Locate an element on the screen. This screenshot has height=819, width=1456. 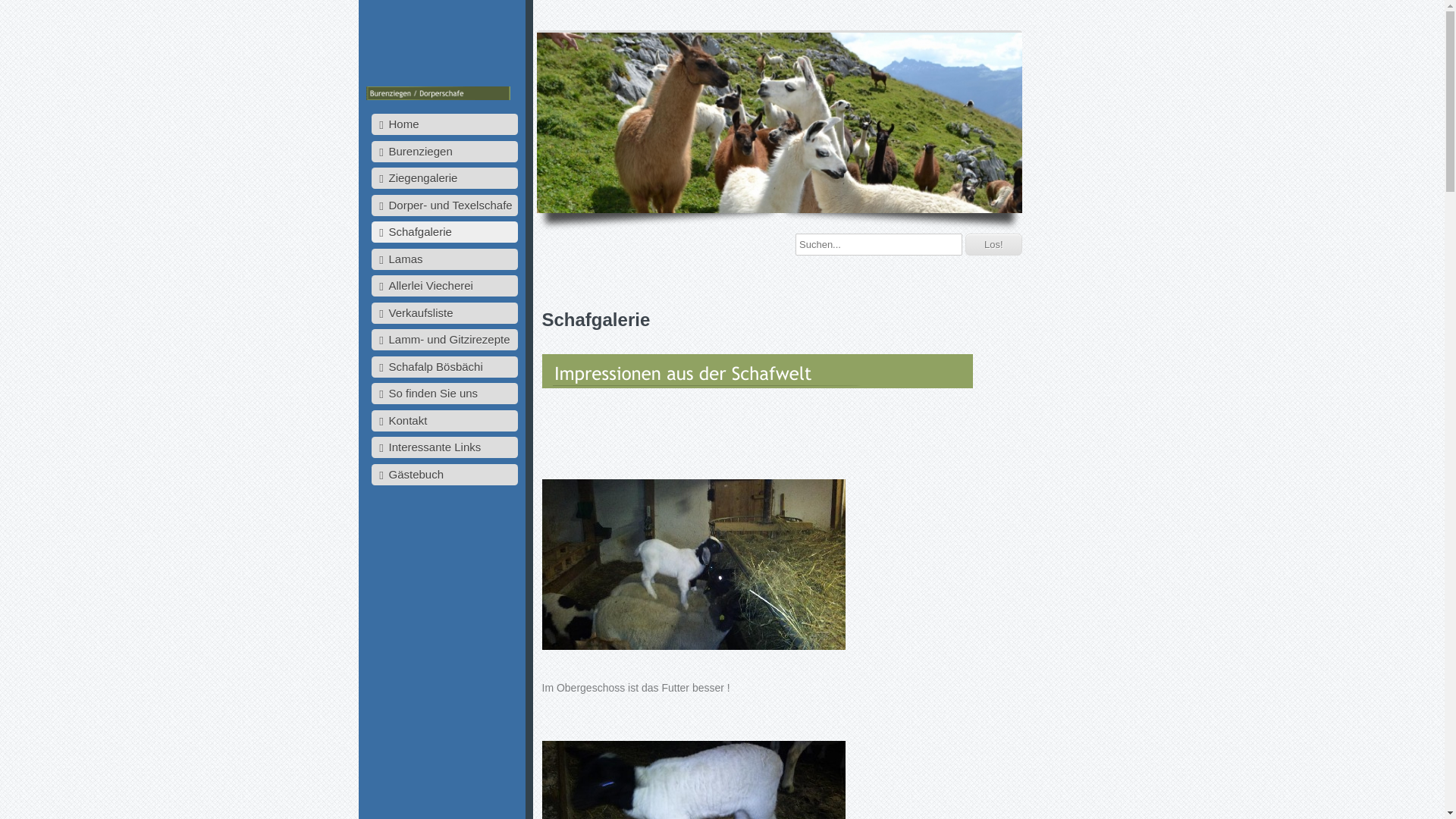
'Lamm- und Gitzirezepte' is located at coordinates (444, 338).